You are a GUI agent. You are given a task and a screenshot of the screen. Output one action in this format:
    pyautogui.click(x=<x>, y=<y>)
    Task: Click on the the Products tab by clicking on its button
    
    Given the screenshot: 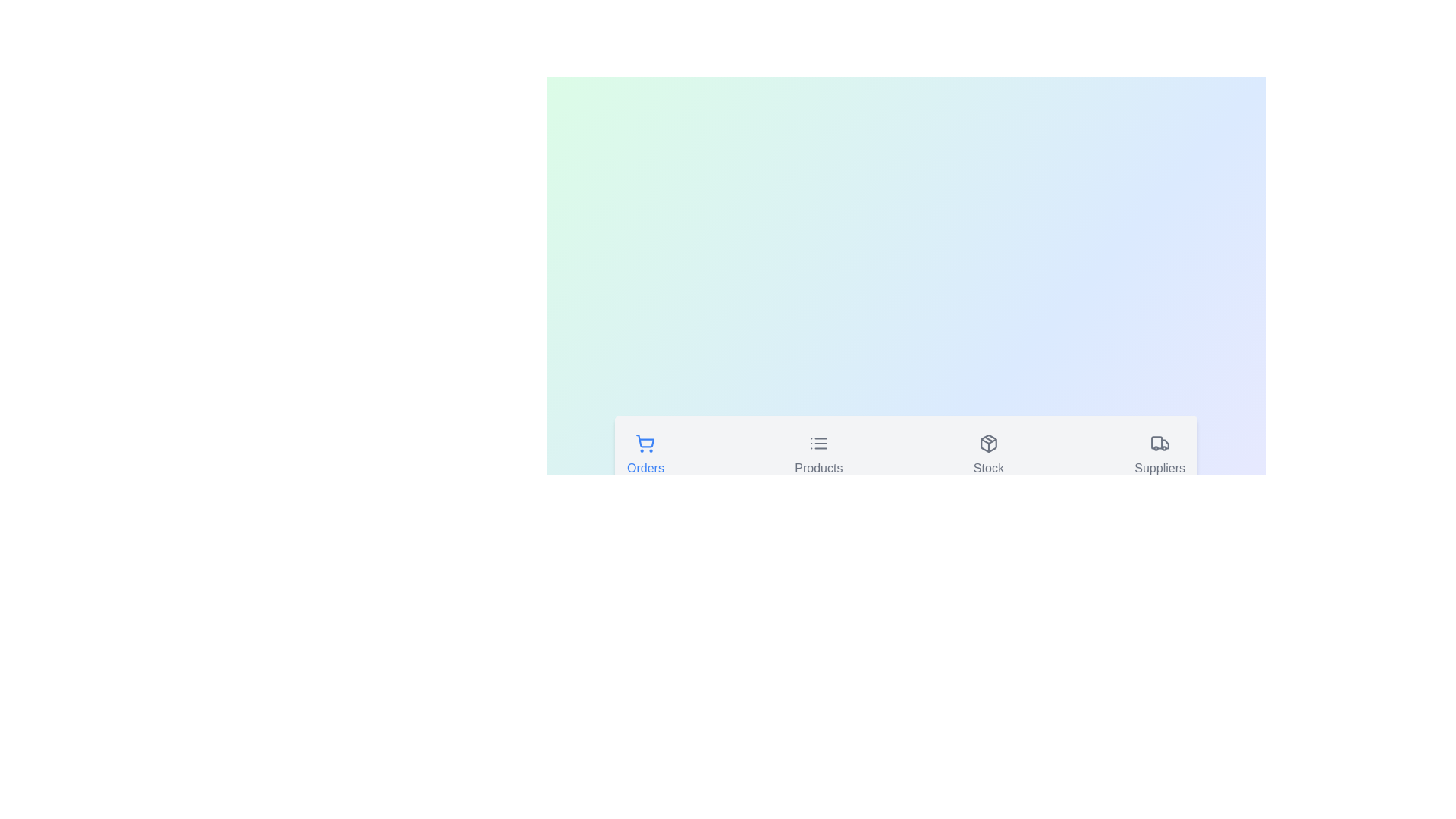 What is the action you would take?
    pyautogui.click(x=817, y=456)
    